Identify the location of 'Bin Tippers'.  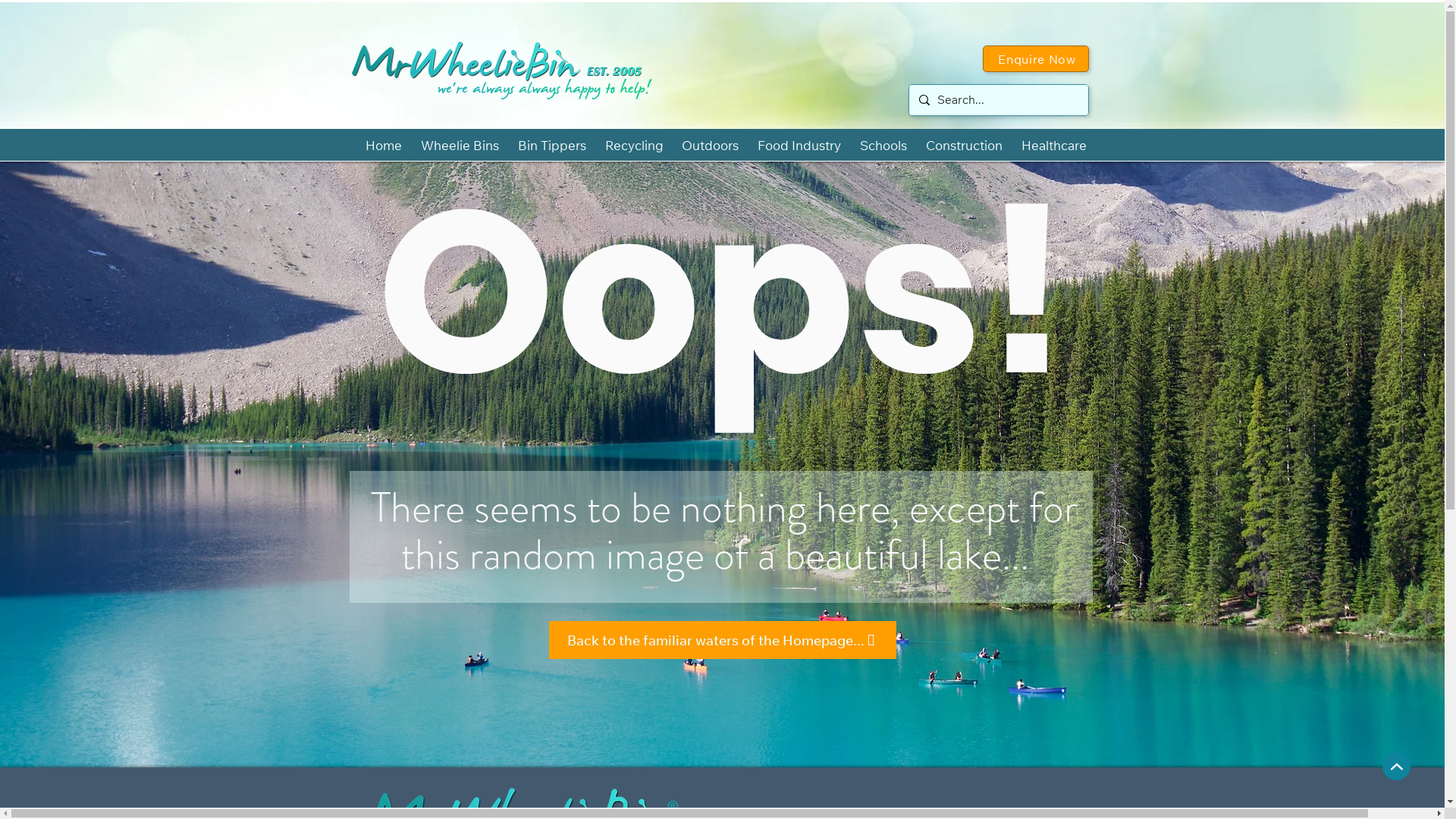
(551, 145).